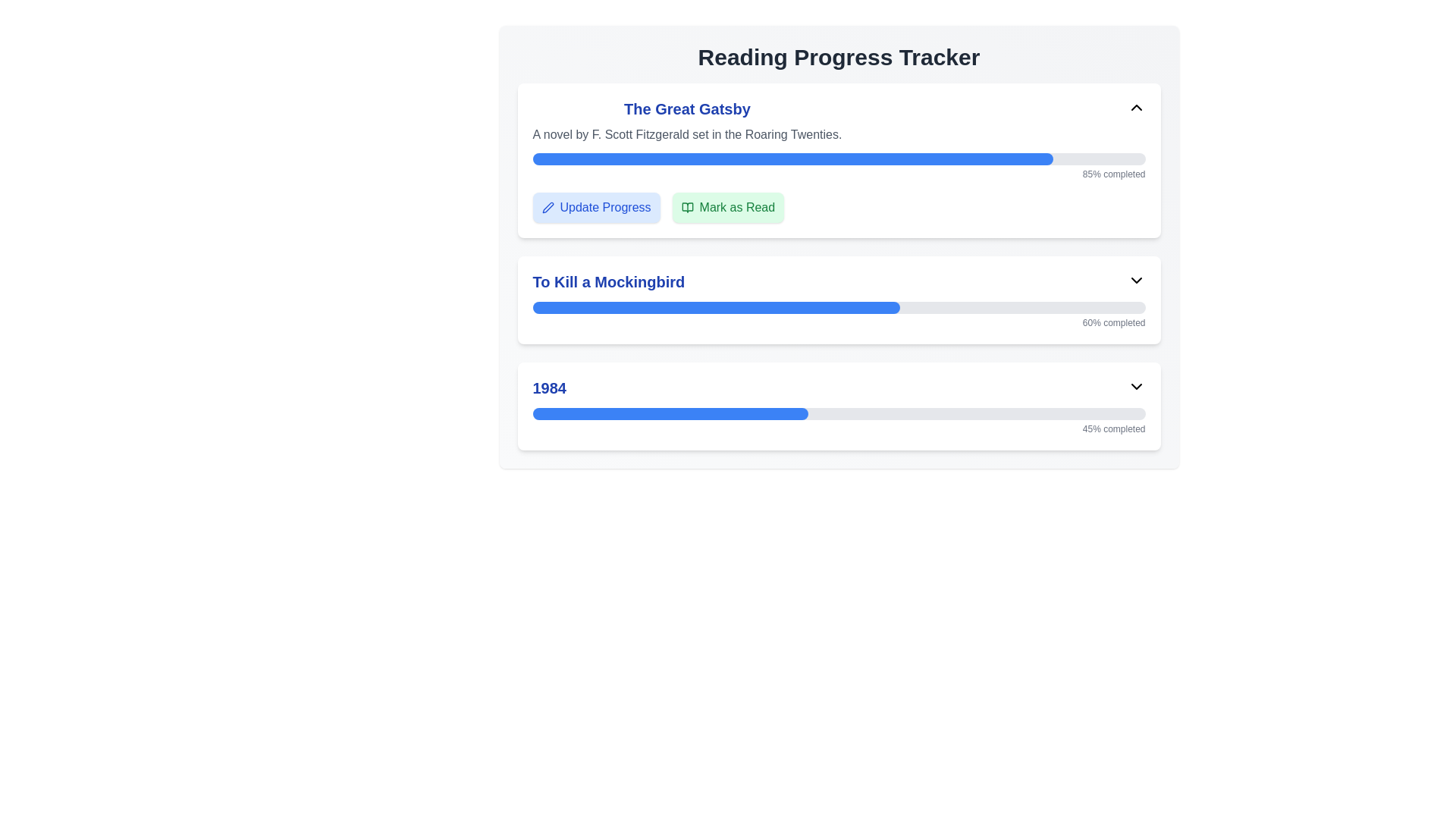  Describe the element at coordinates (838, 421) in the screenshot. I see `completion text '45% completed' from the progress bar located under the title '1984'` at that location.